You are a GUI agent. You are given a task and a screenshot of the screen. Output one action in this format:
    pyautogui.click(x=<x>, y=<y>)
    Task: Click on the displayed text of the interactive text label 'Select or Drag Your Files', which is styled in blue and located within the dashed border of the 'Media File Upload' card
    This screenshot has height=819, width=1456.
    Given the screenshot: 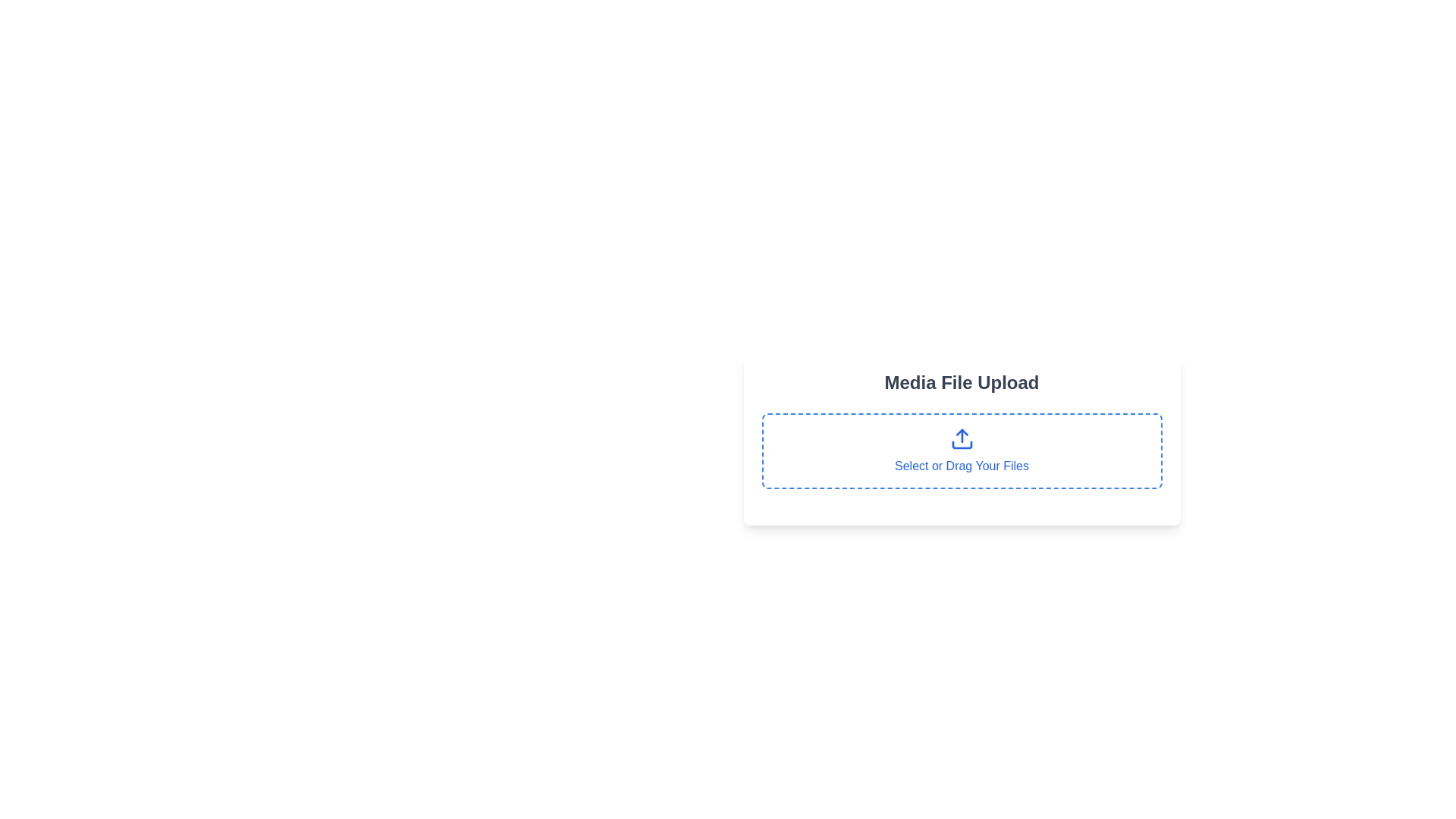 What is the action you would take?
    pyautogui.click(x=961, y=465)
    